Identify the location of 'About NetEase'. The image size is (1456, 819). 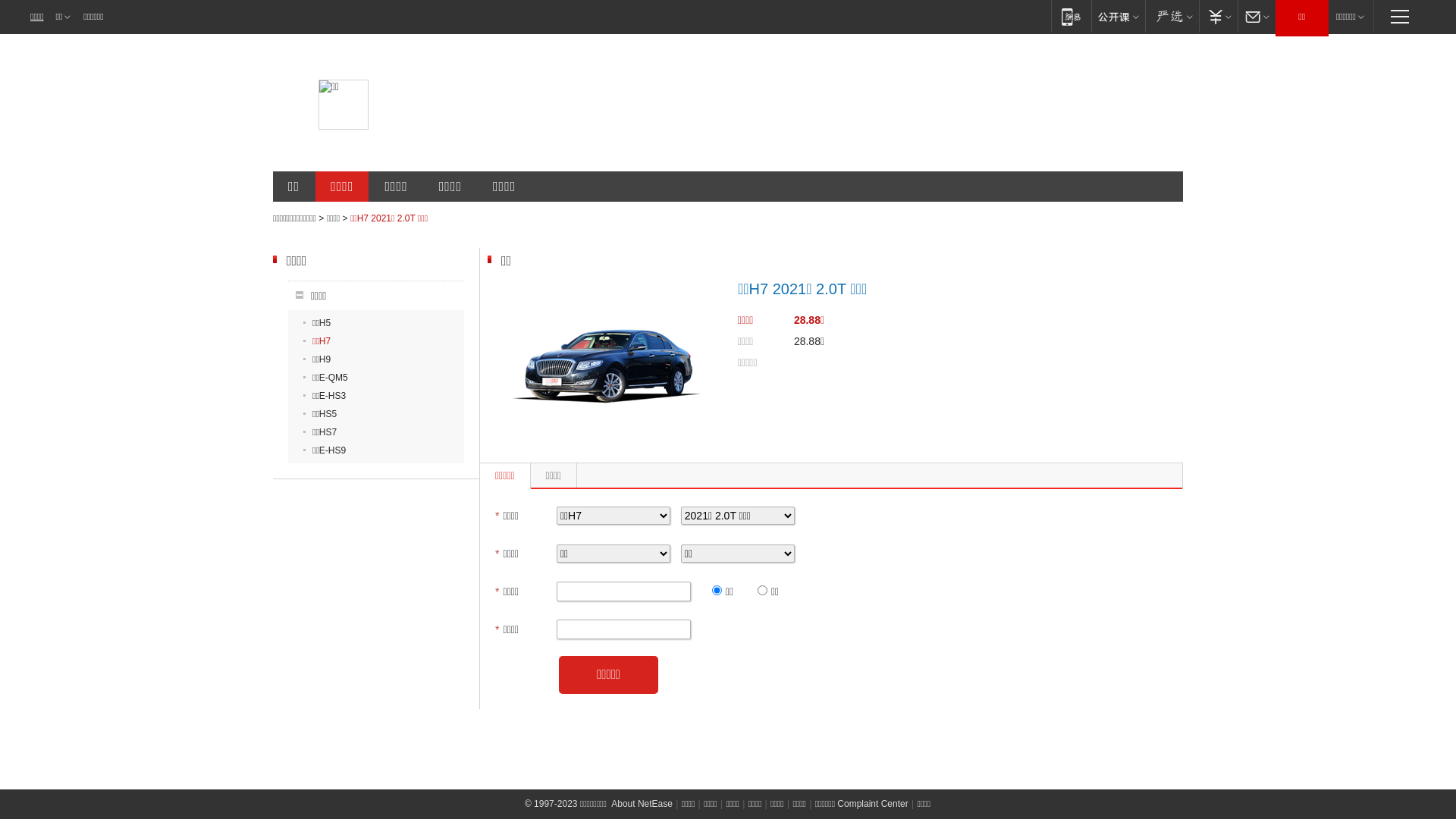
(642, 803).